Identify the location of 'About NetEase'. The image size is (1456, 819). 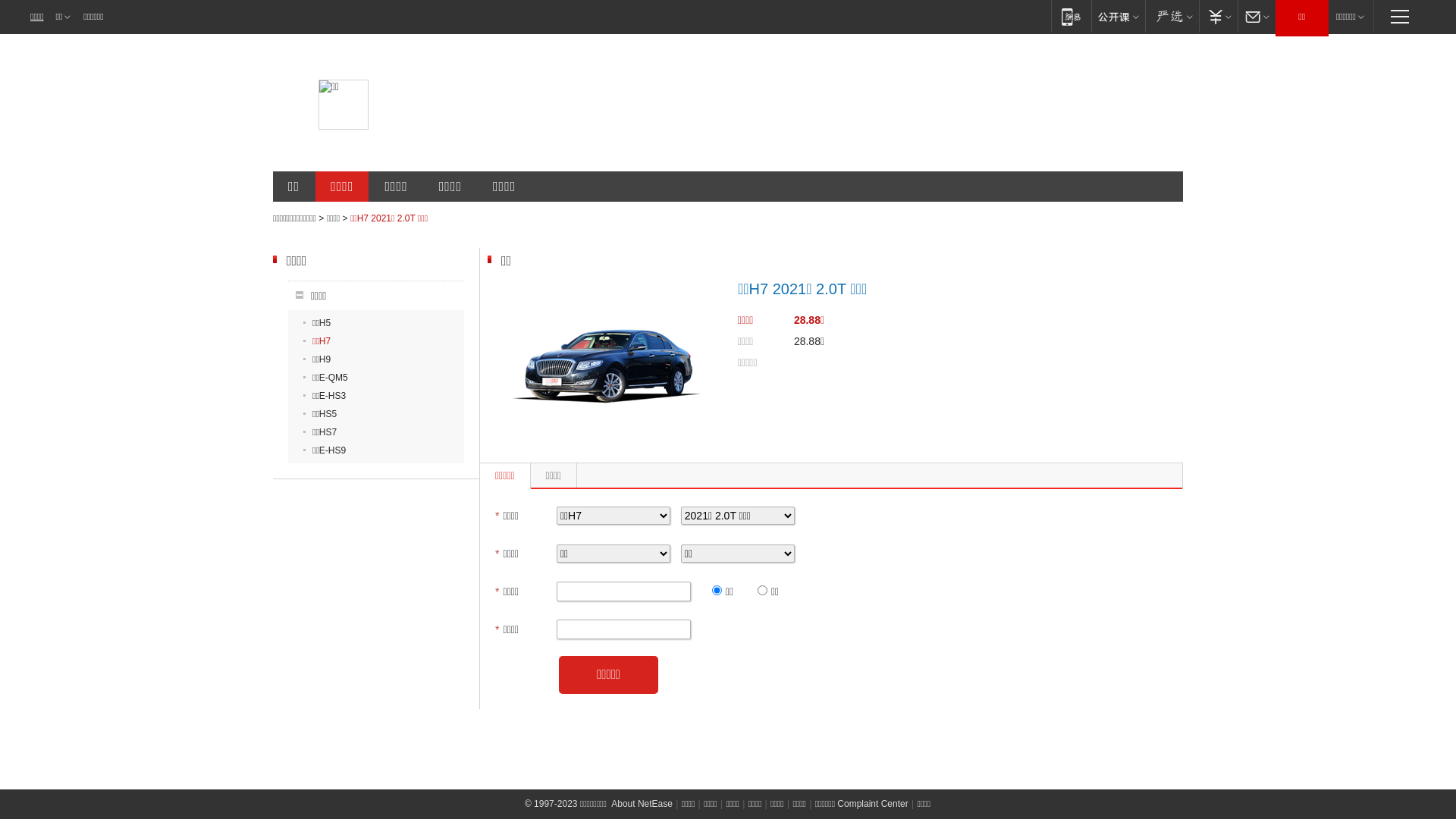
(642, 803).